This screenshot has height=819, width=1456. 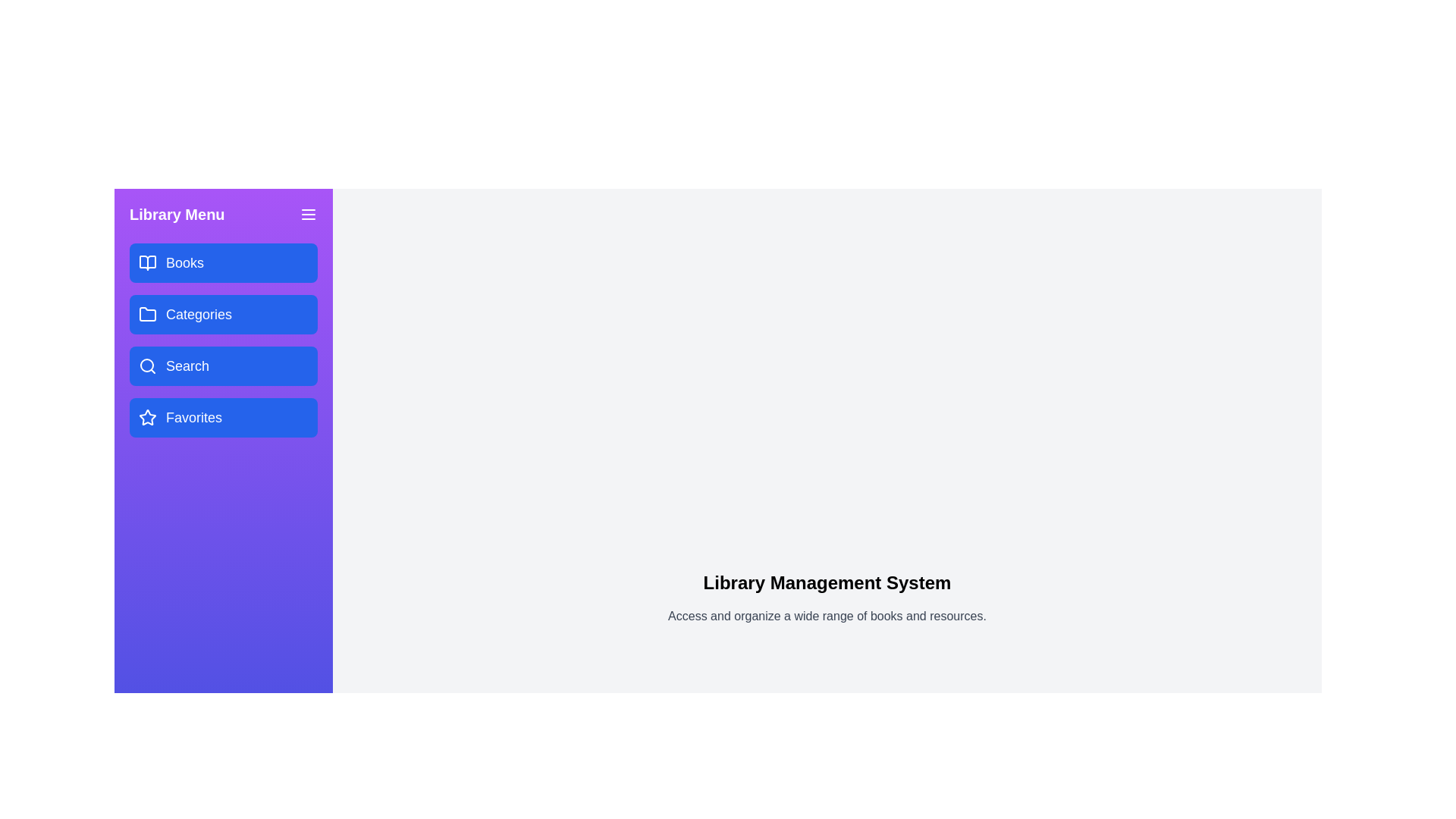 What do you see at coordinates (308, 214) in the screenshot?
I see `the close button in the sidebar header to close the sidebar` at bounding box center [308, 214].